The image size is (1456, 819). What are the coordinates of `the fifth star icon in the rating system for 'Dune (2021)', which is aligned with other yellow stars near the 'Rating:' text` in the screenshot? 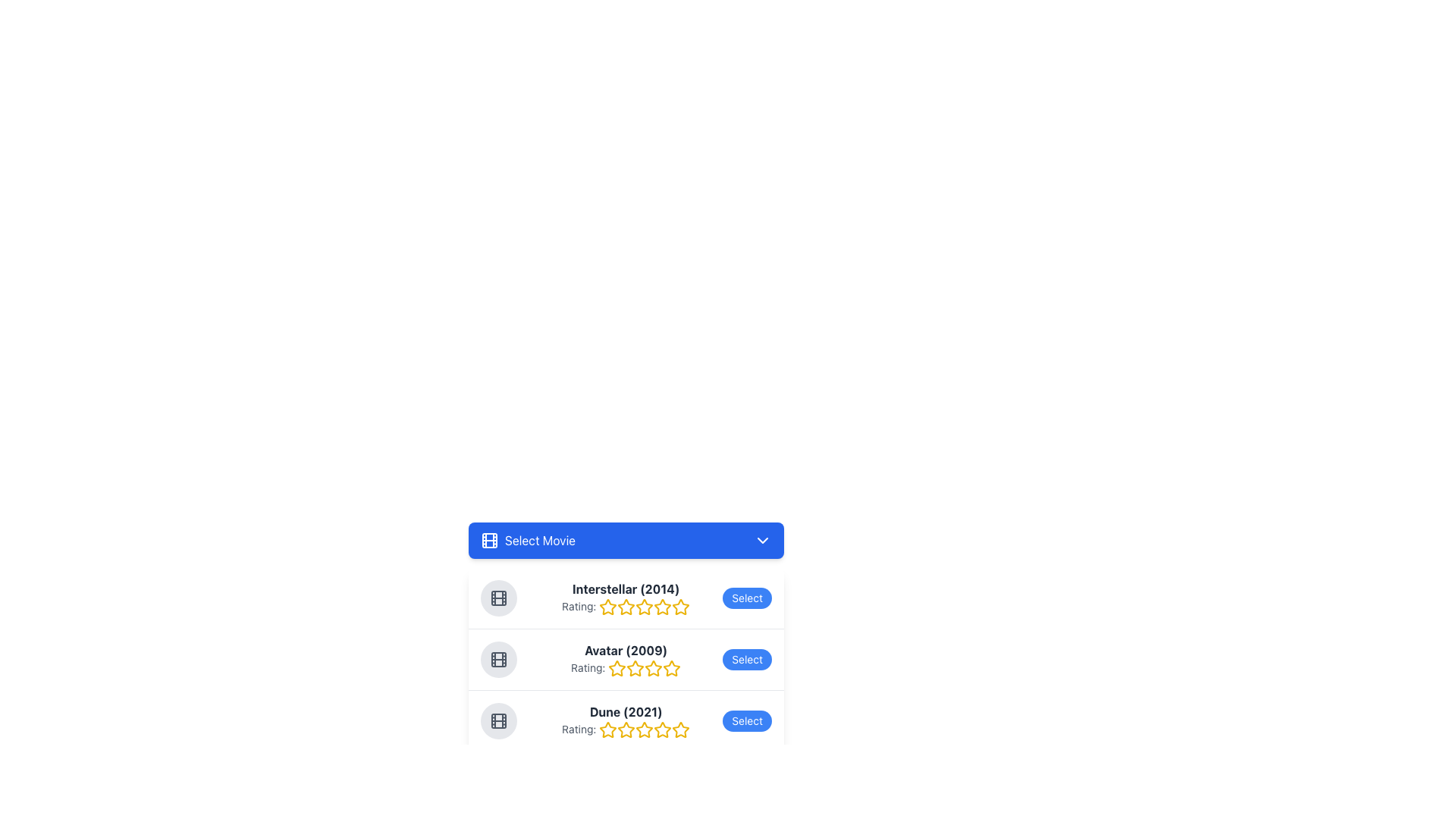 It's located at (663, 730).